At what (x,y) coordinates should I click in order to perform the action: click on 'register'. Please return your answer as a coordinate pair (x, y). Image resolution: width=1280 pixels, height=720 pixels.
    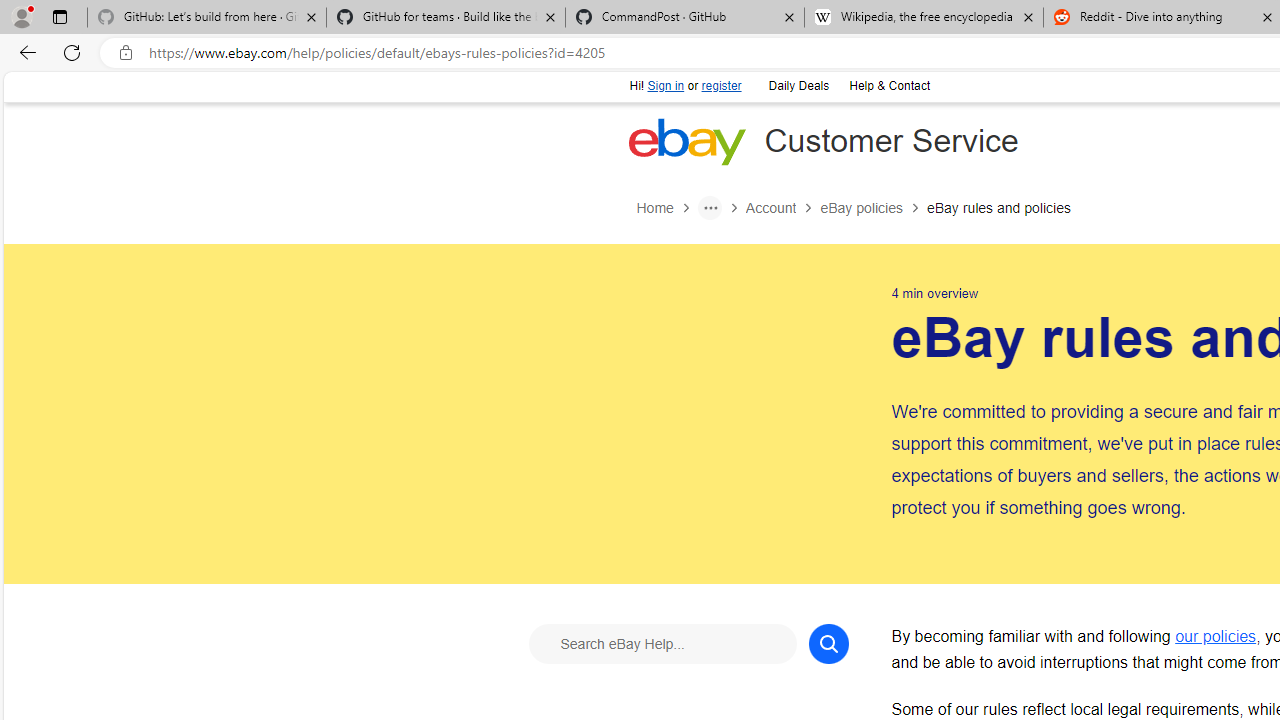
    Looking at the image, I should click on (720, 85).